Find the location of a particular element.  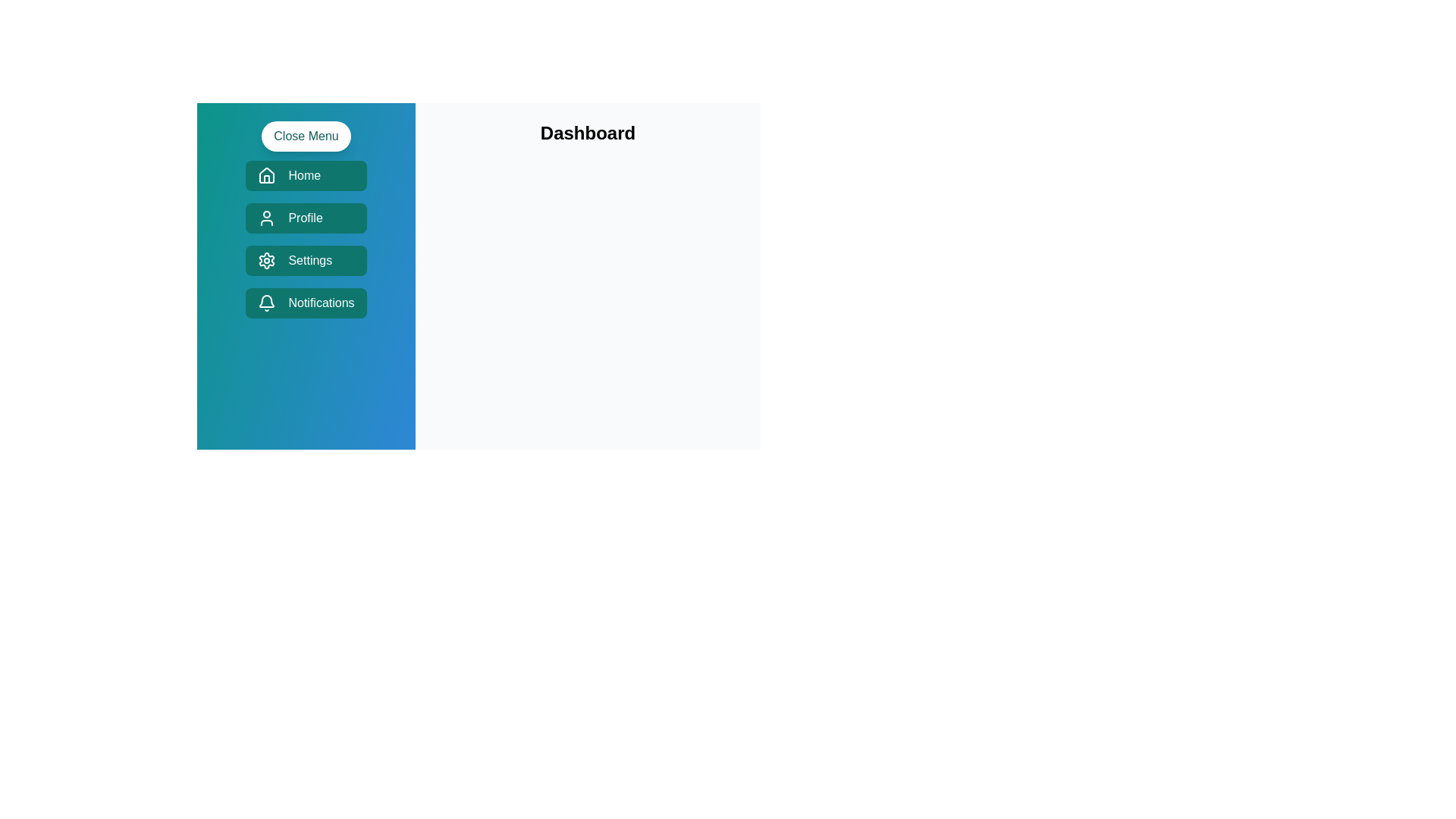

the 'Home' text label in the left sidebar menu is located at coordinates (303, 174).